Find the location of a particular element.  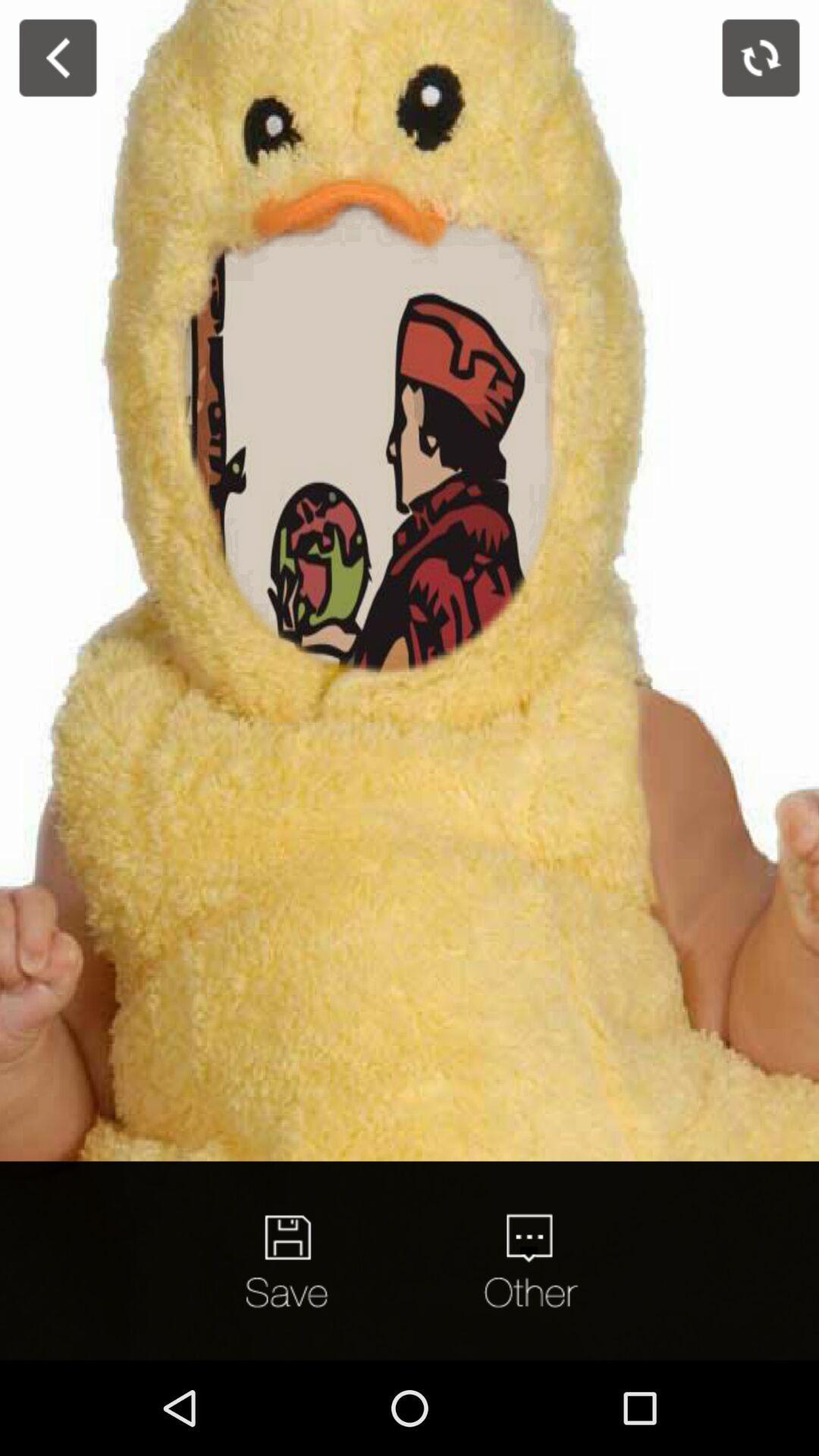

reload page is located at coordinates (761, 58).